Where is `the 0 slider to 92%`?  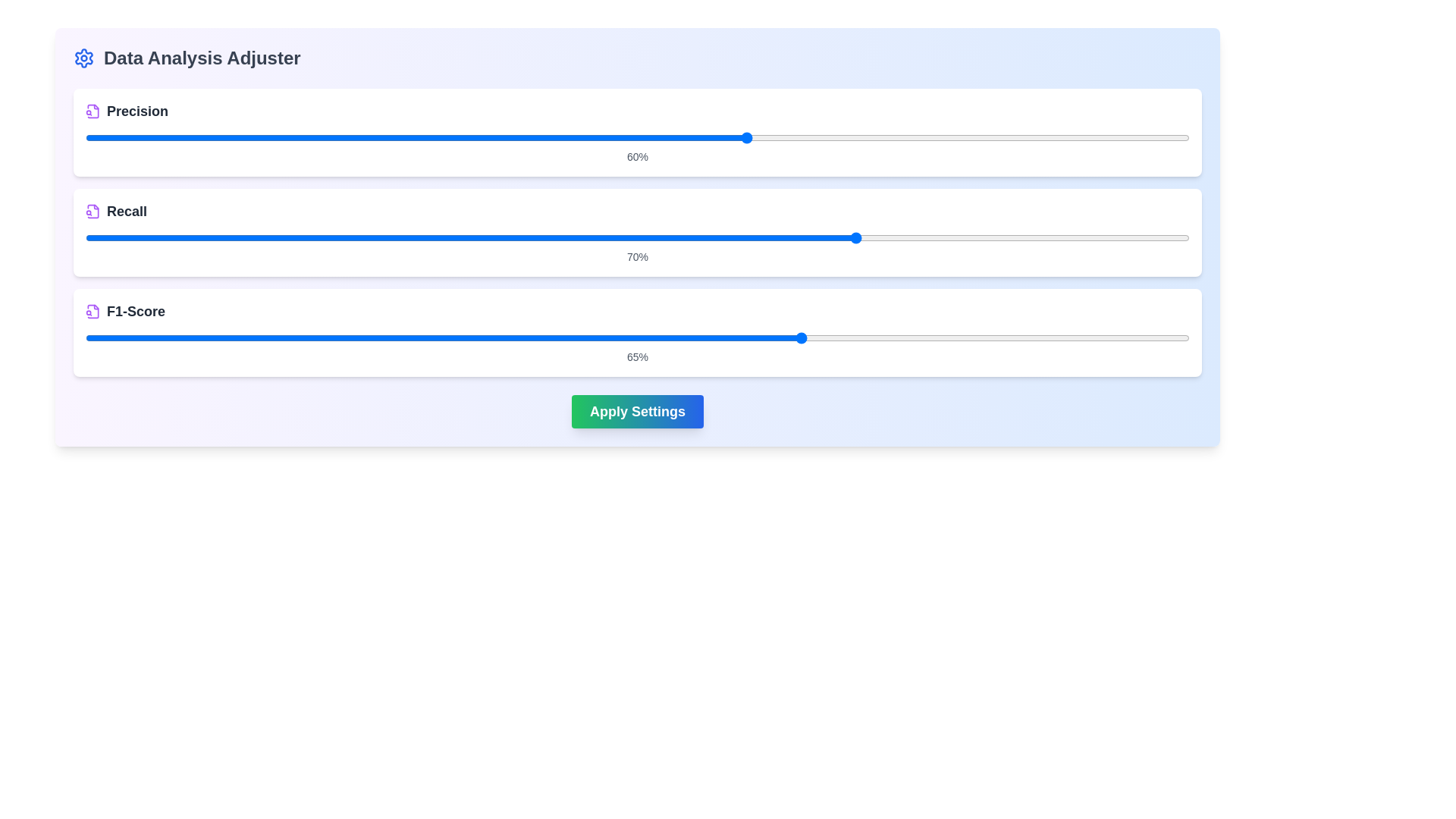 the 0 slider to 92% is located at coordinates (1145, 137).